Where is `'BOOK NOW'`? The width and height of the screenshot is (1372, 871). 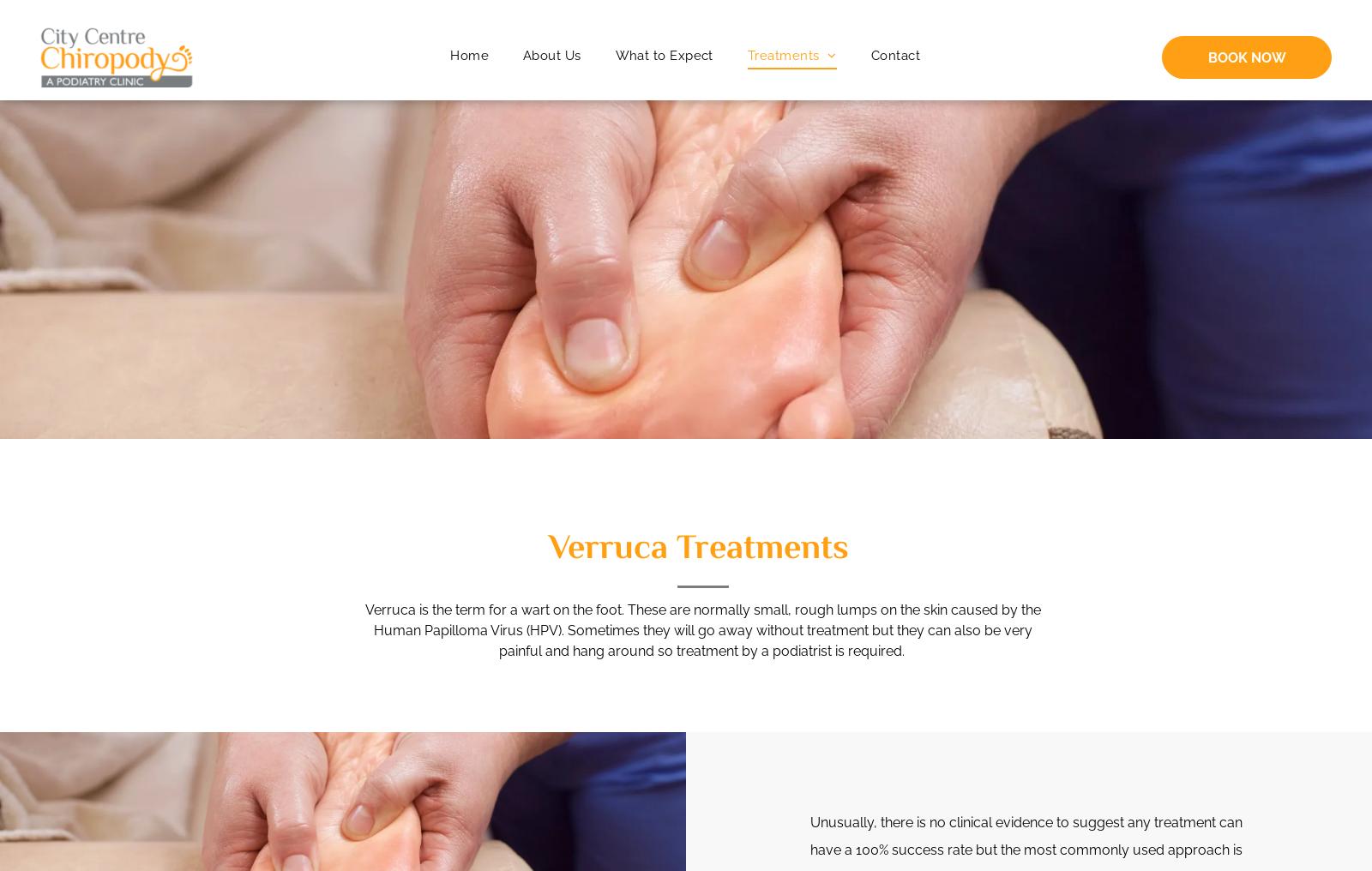
'BOOK NOW' is located at coordinates (1207, 57).